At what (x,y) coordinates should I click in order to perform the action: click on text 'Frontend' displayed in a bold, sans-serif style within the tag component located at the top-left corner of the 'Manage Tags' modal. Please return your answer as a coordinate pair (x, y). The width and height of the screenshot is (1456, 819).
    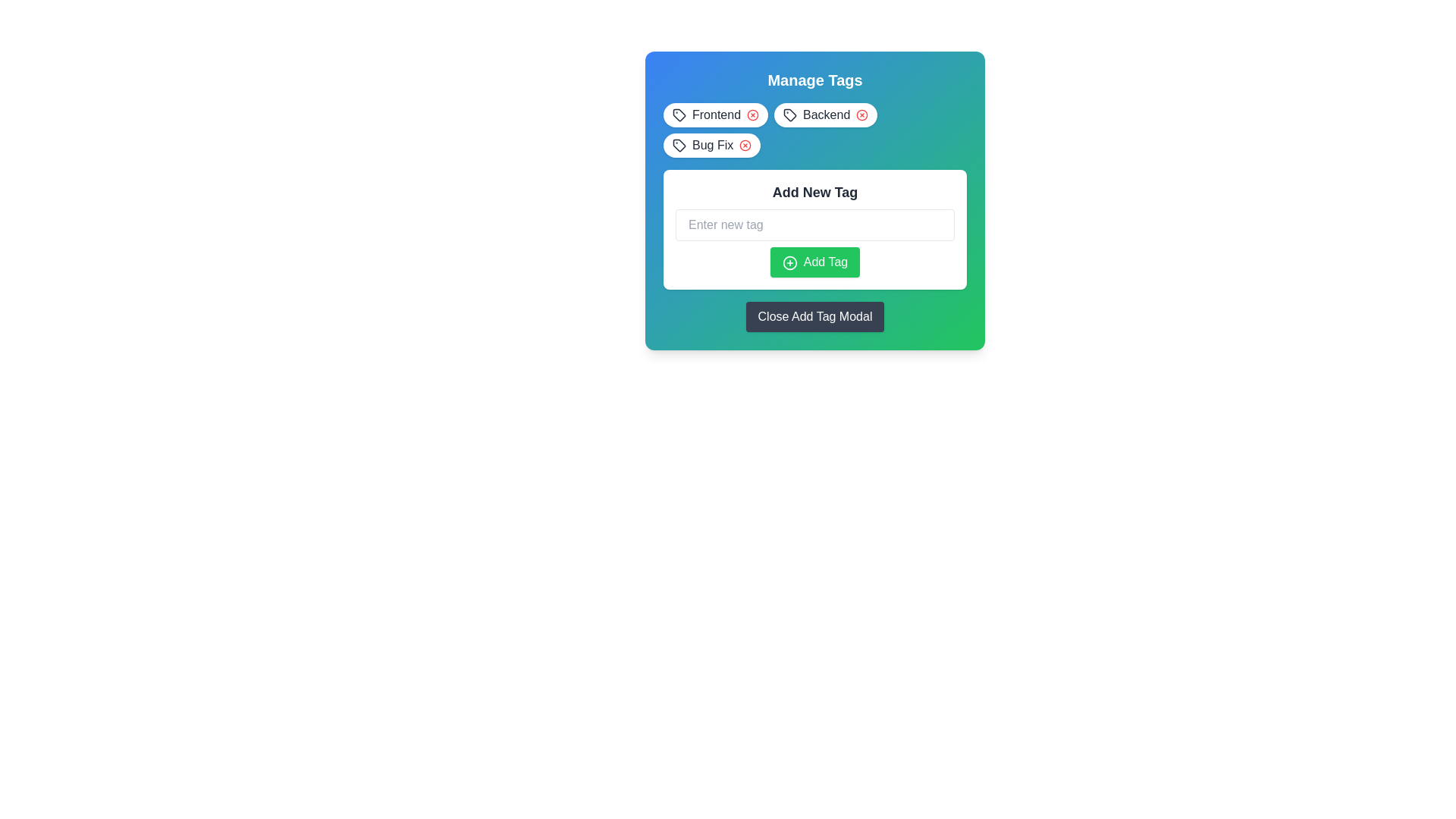
    Looking at the image, I should click on (716, 114).